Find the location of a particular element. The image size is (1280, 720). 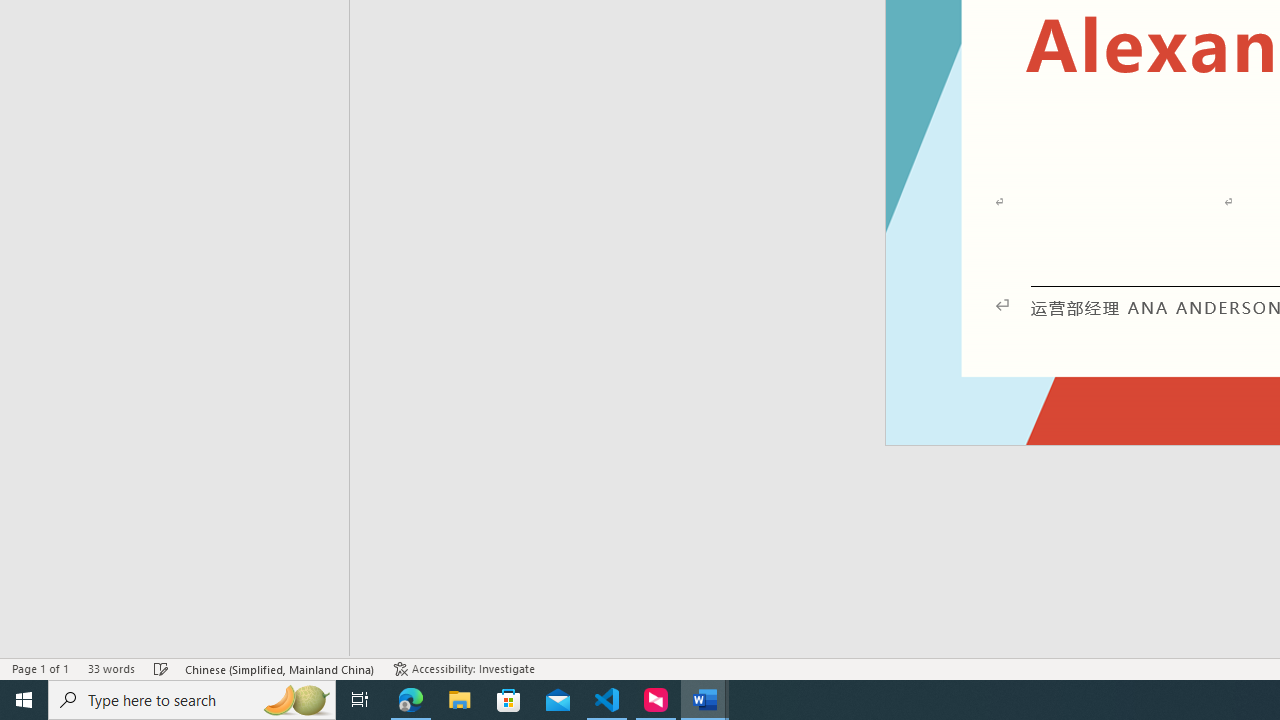

'Language Chinese (Simplified, Mainland China)' is located at coordinates (279, 669).